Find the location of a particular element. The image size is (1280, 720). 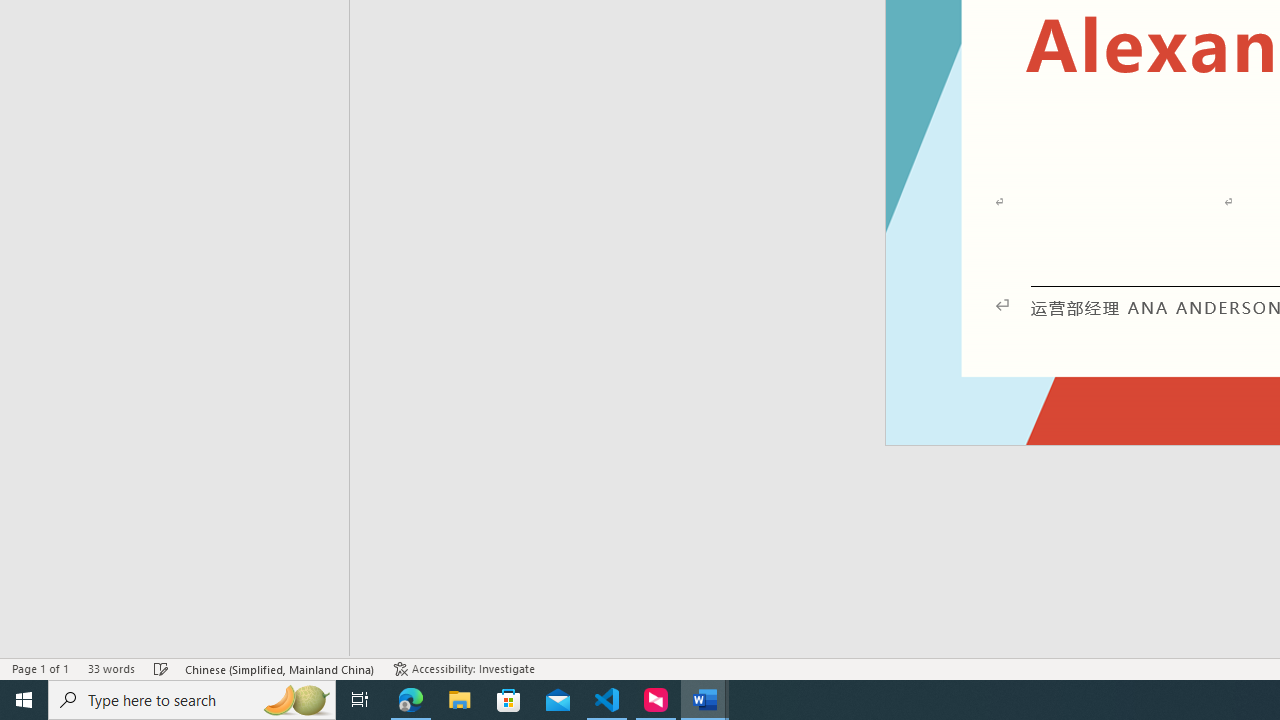

'Language Chinese (Simplified, Mainland China)' is located at coordinates (279, 669).